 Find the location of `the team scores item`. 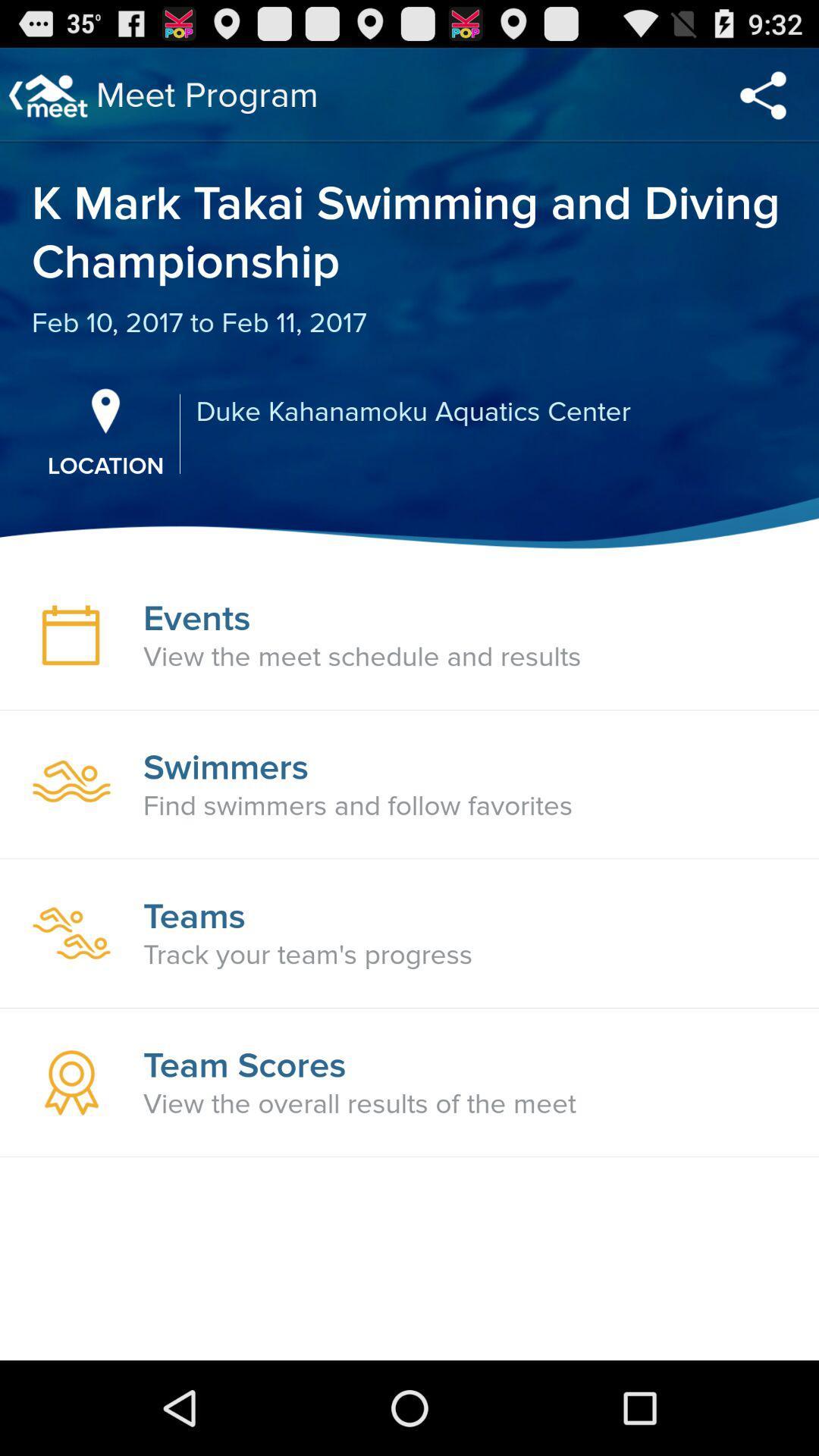

the team scores item is located at coordinates (243, 1065).